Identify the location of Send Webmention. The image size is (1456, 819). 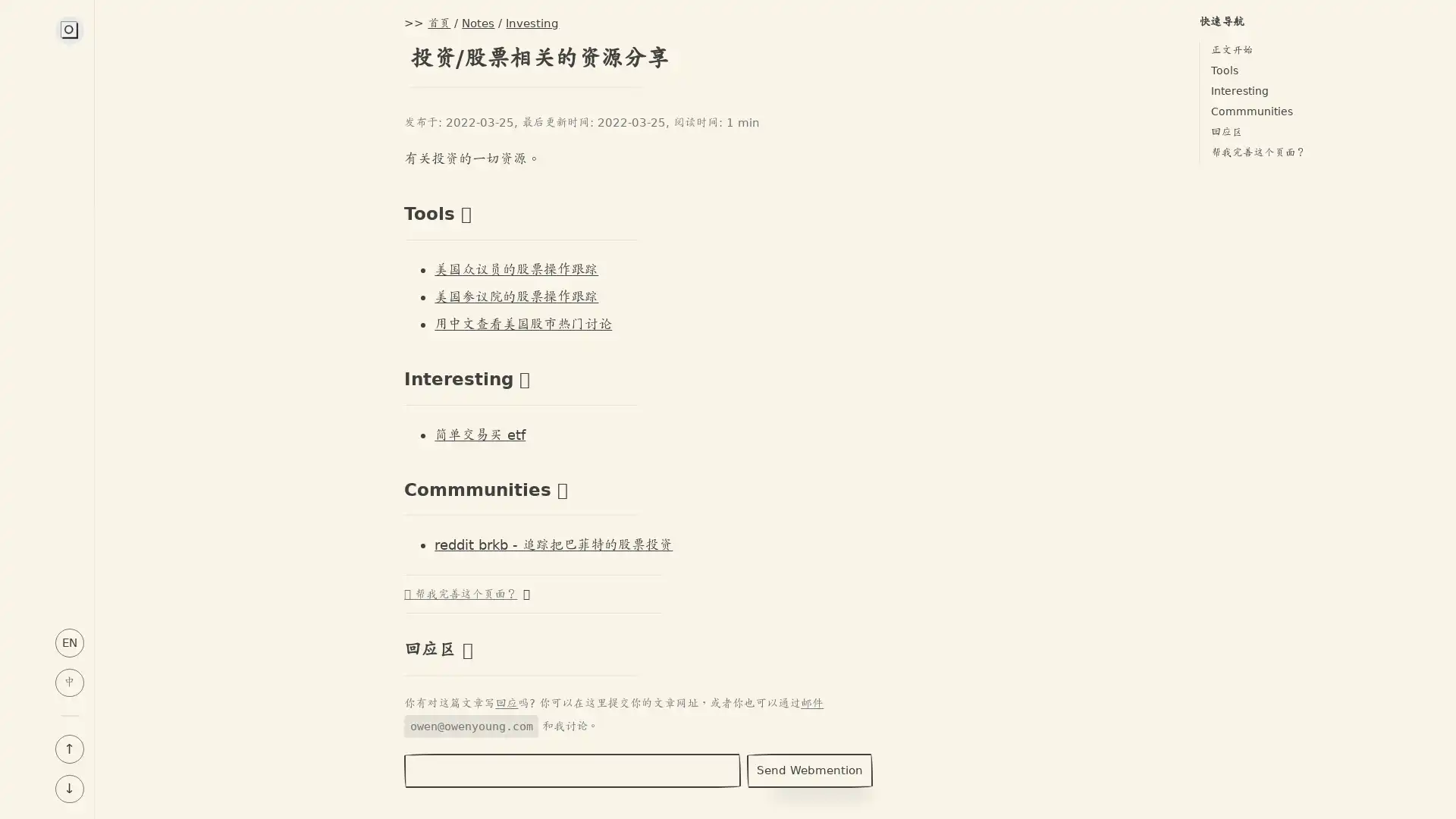
(808, 770).